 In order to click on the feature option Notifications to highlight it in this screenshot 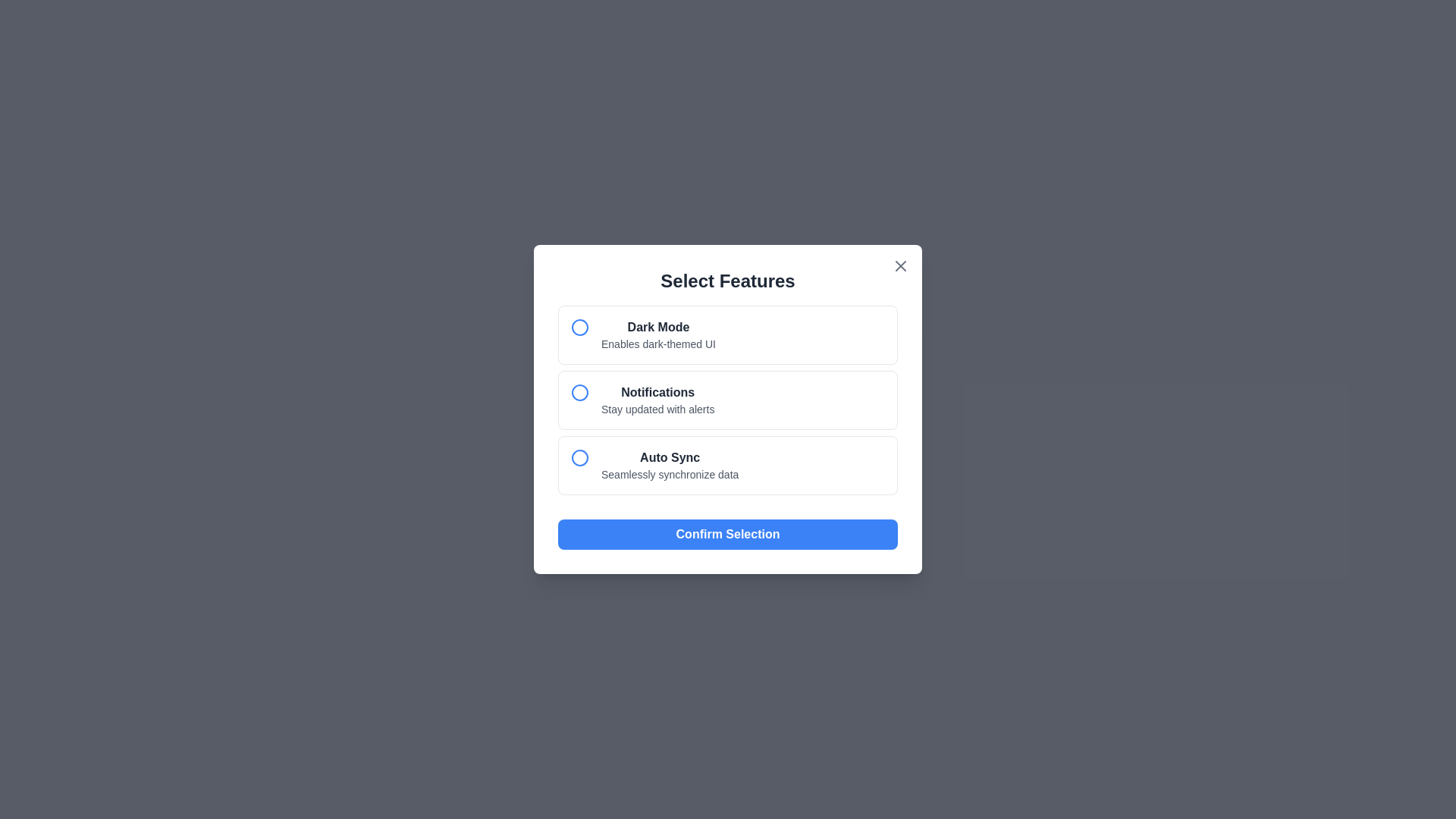, I will do `click(728, 400)`.